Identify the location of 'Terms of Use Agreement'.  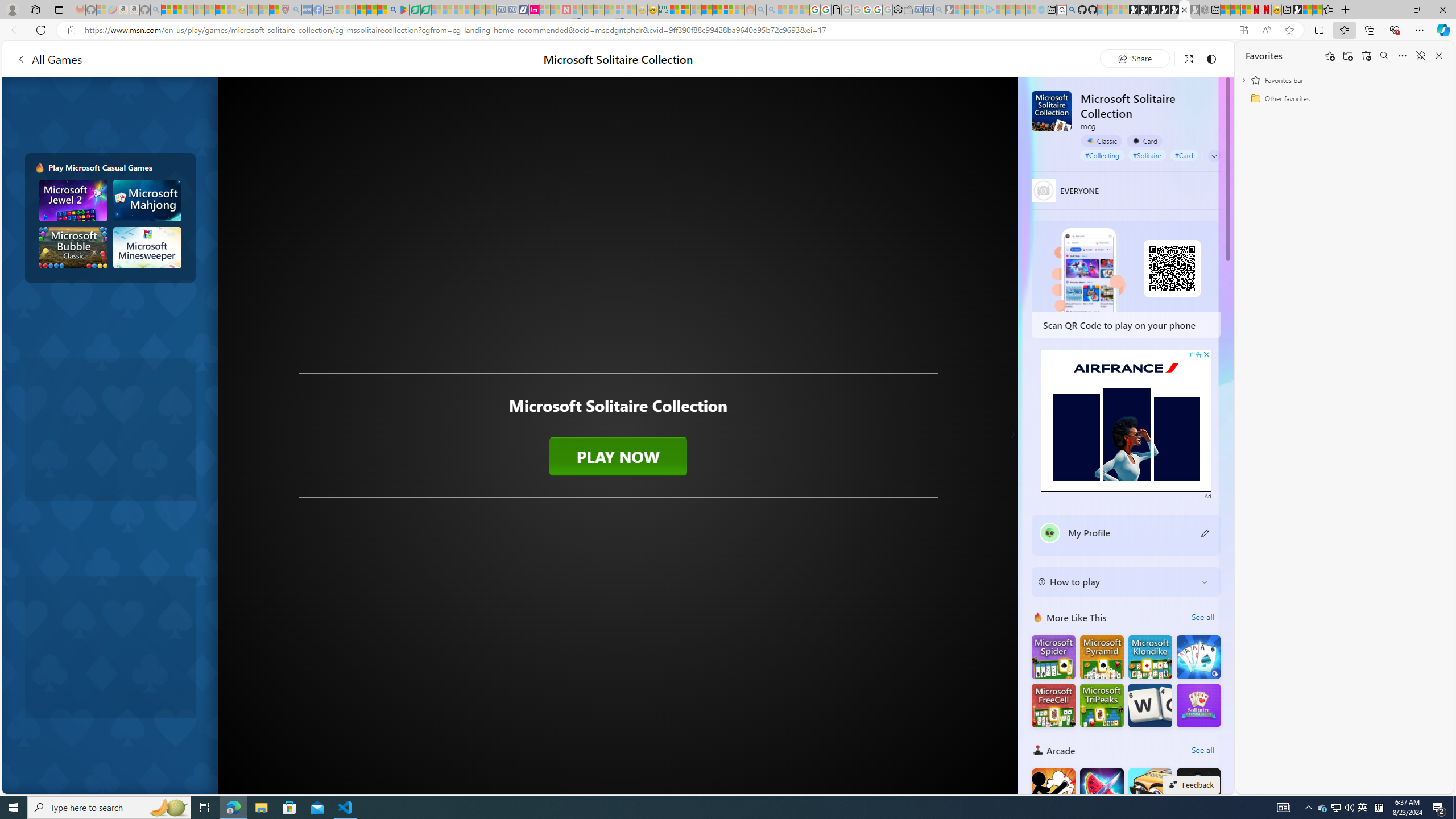
(415, 9).